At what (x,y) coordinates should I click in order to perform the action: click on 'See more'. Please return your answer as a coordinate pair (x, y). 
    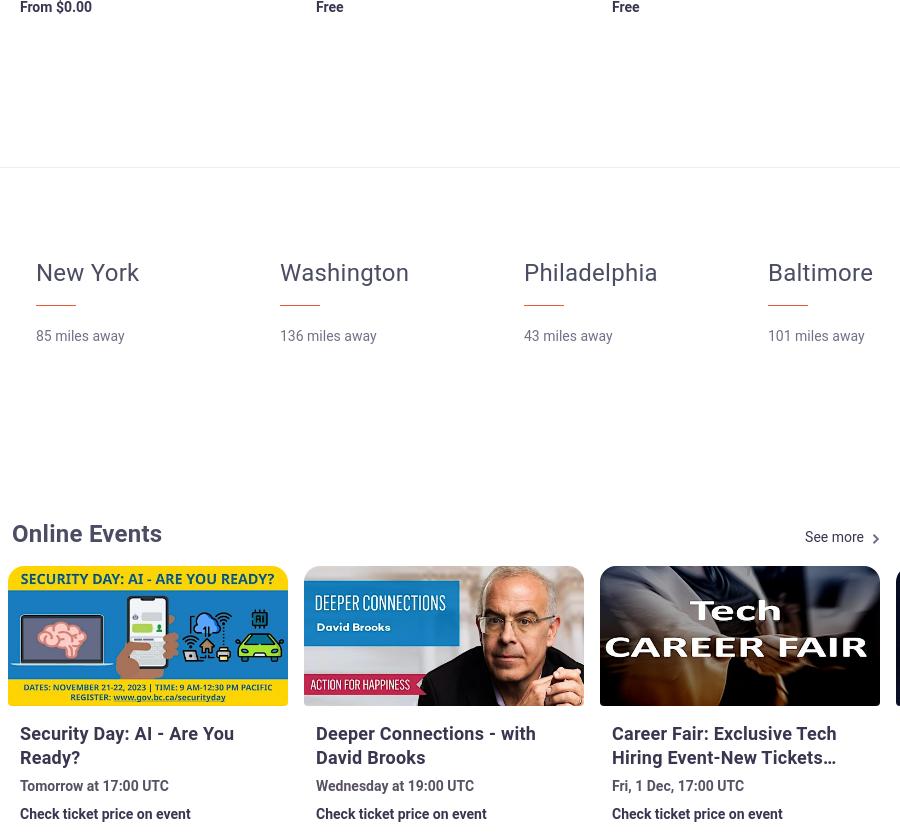
    Looking at the image, I should click on (834, 536).